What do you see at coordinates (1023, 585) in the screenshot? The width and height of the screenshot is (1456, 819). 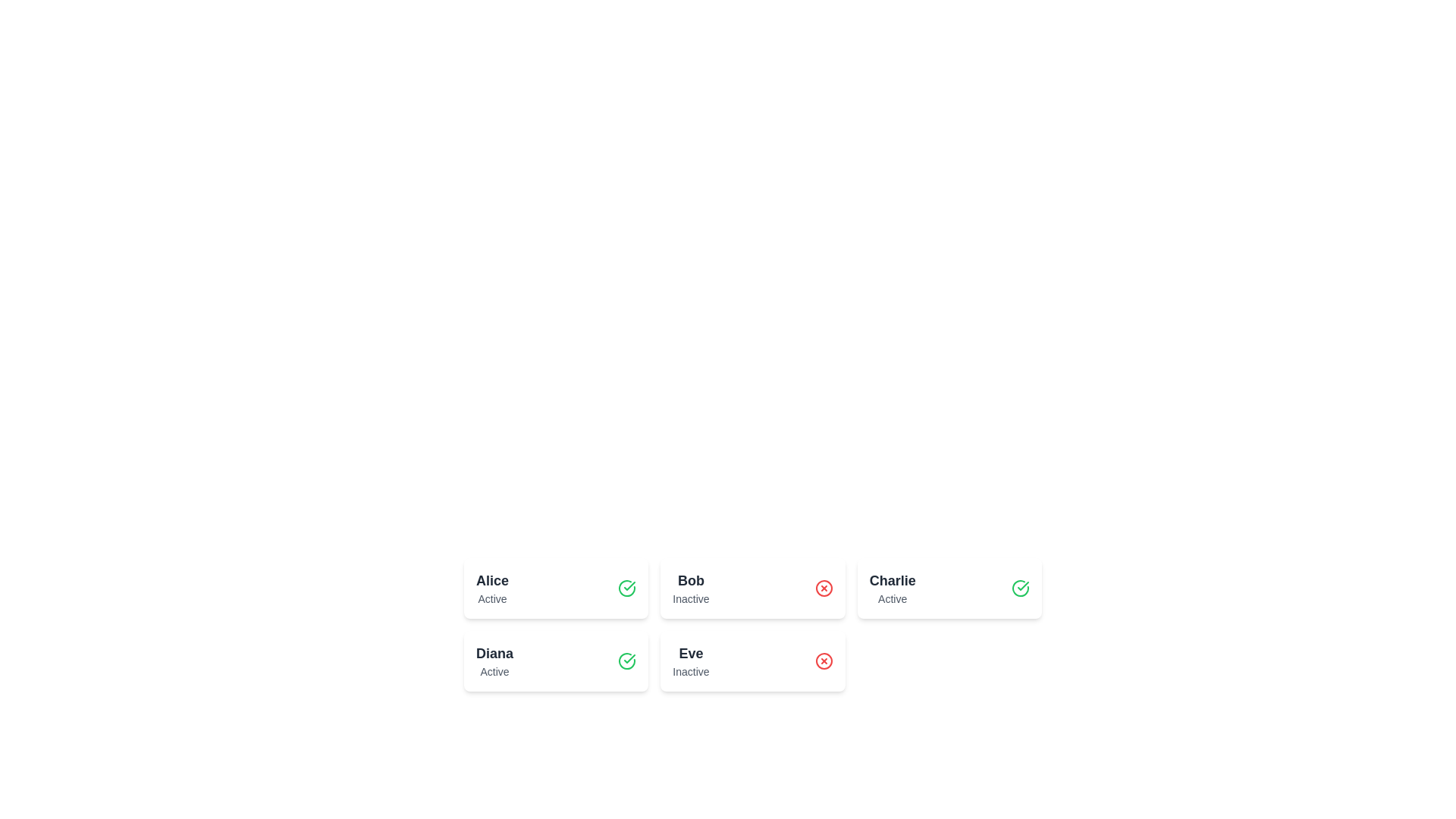 I see `the circular graphical icon indicating the successful or active status associated with the label 'Charlie' located at the top-right corner of the box` at bounding box center [1023, 585].